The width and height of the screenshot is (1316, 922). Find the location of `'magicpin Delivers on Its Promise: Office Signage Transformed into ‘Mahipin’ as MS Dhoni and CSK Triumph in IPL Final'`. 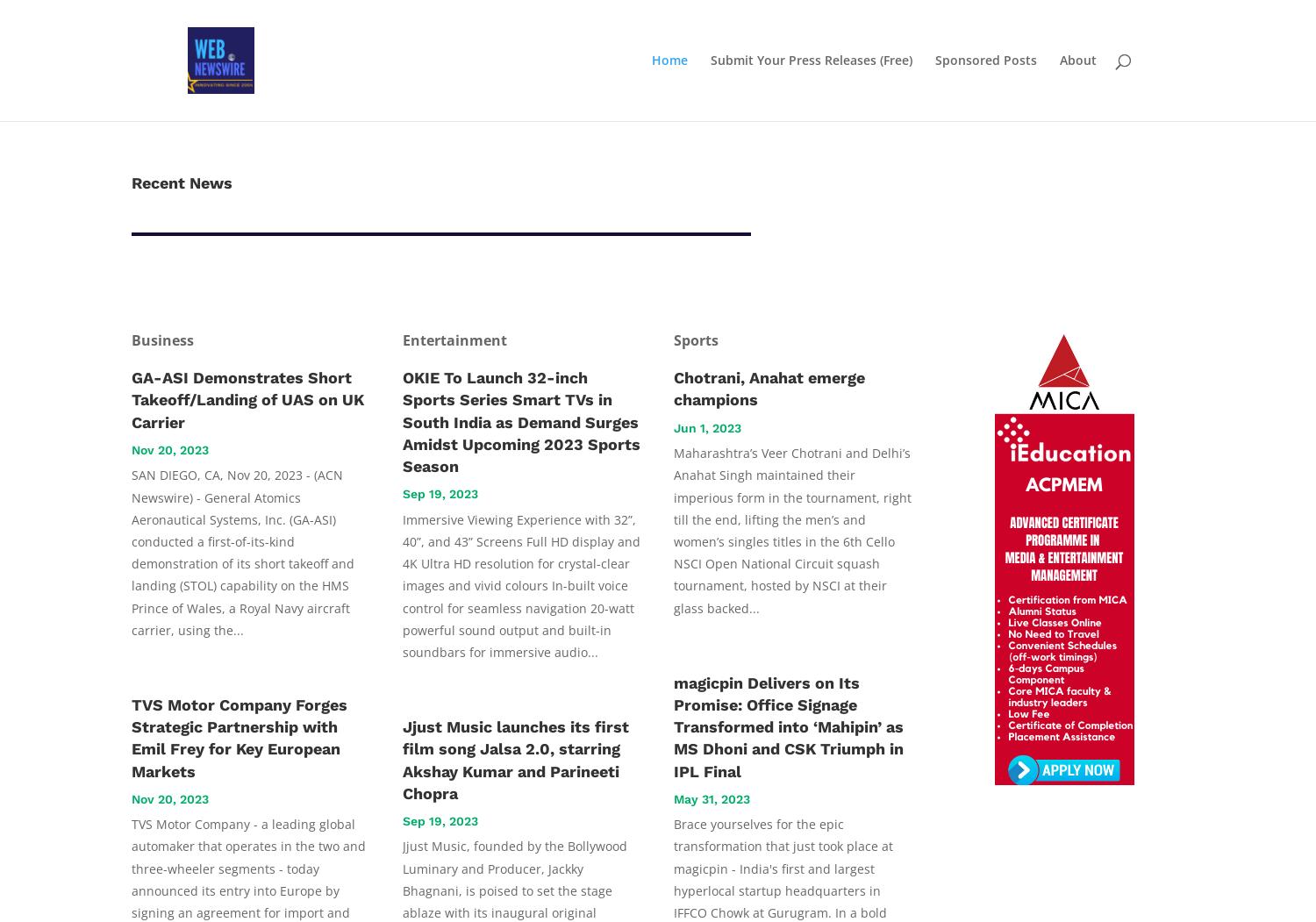

'magicpin Delivers on Its Promise: Office Signage Transformed into ‘Mahipin’ as MS Dhoni and CSK Triumph in IPL Final' is located at coordinates (674, 725).